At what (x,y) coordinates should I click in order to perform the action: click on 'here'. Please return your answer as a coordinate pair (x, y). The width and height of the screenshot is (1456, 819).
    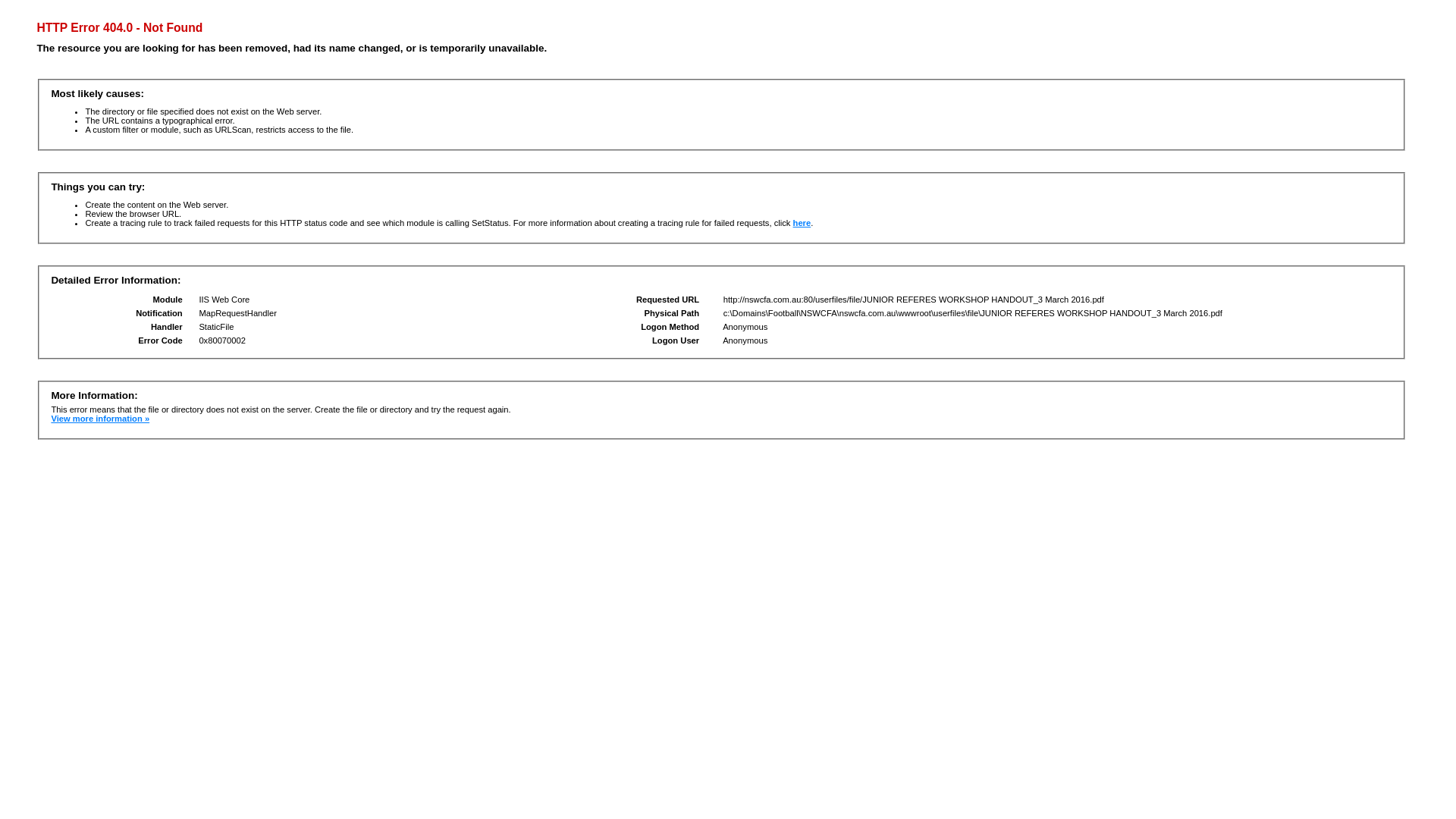
    Looking at the image, I should click on (801, 222).